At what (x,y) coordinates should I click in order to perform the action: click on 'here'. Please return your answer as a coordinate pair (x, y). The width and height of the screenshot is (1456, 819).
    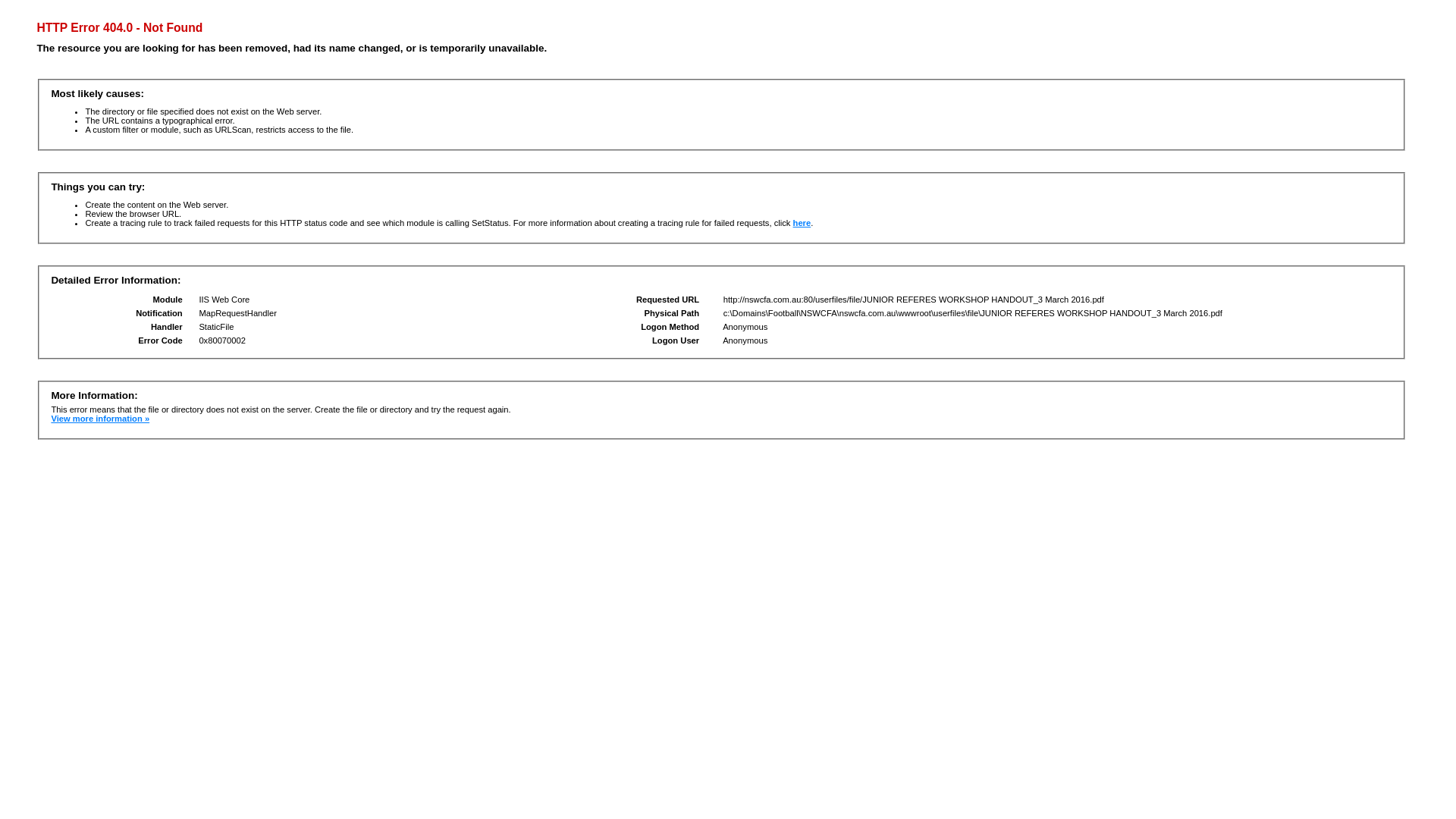
    Looking at the image, I should click on (801, 222).